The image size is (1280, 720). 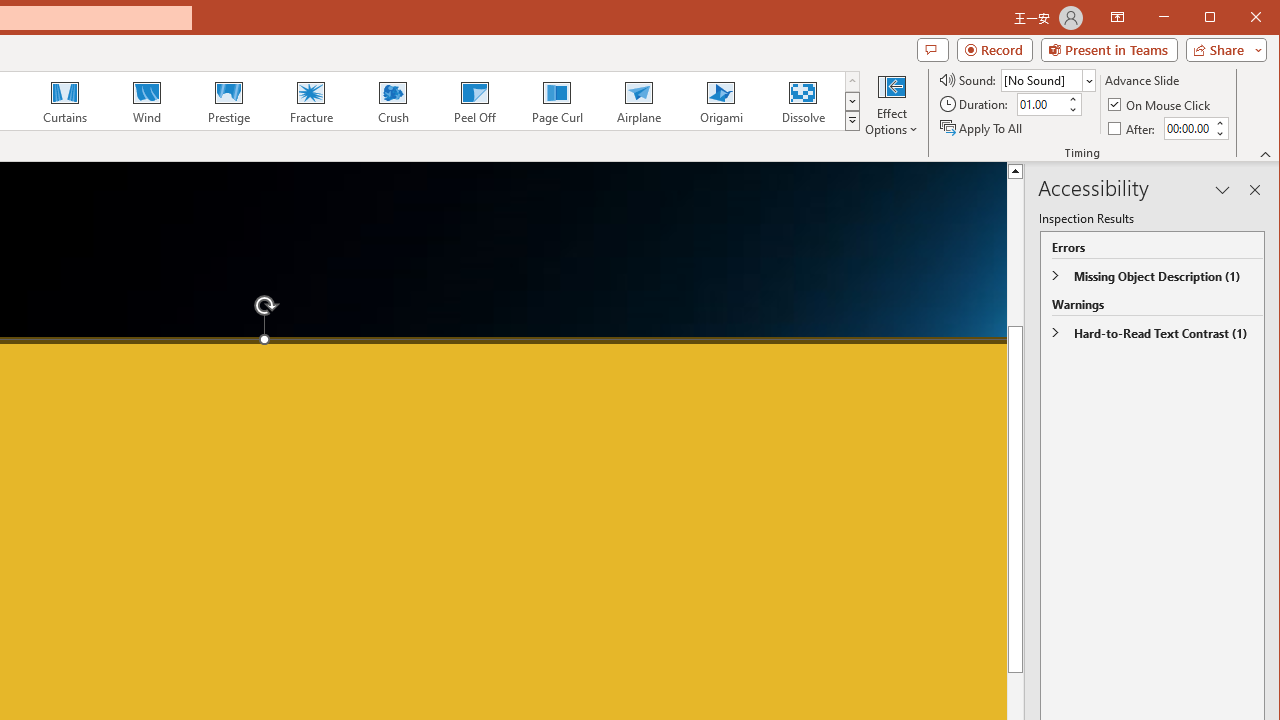 What do you see at coordinates (1133, 128) in the screenshot?
I see `'After'` at bounding box center [1133, 128].